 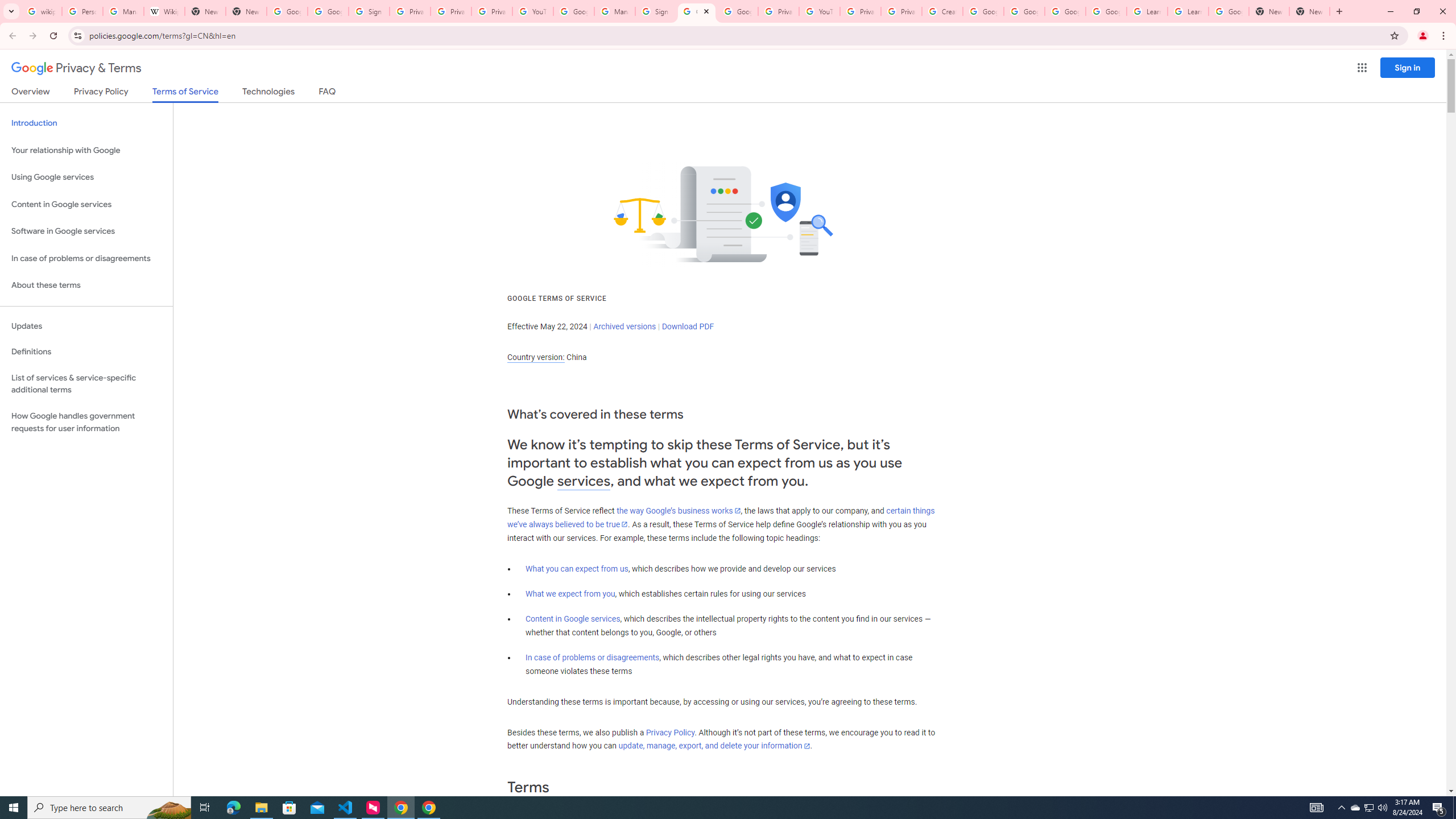 I want to click on 'Your relationship with Google', so click(x=86, y=150).